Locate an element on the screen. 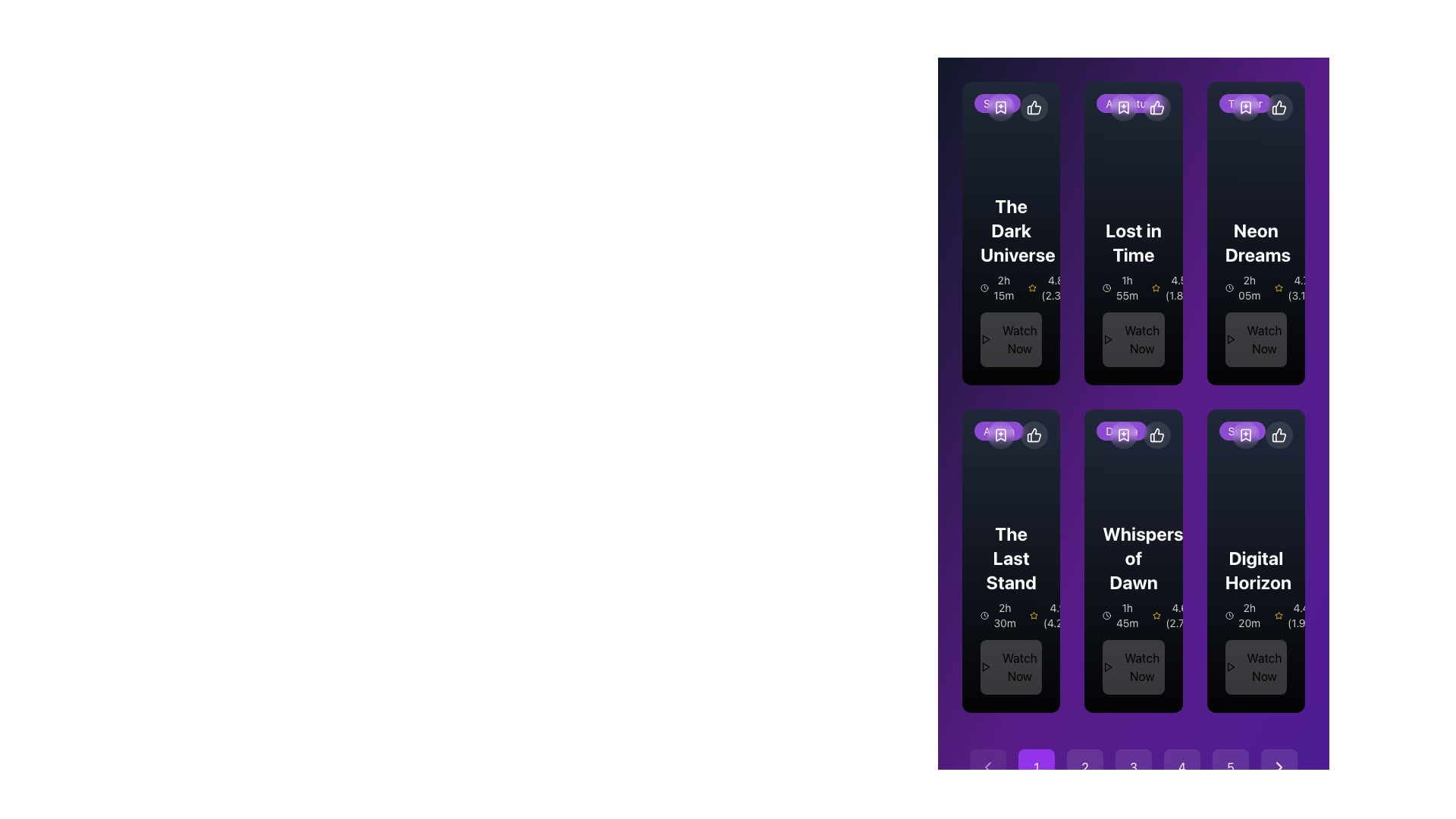  the circular button with a translucent background and a white bookmark icon located in the upper-right corner of the first card in the grid to bookmark is located at coordinates (1001, 107).